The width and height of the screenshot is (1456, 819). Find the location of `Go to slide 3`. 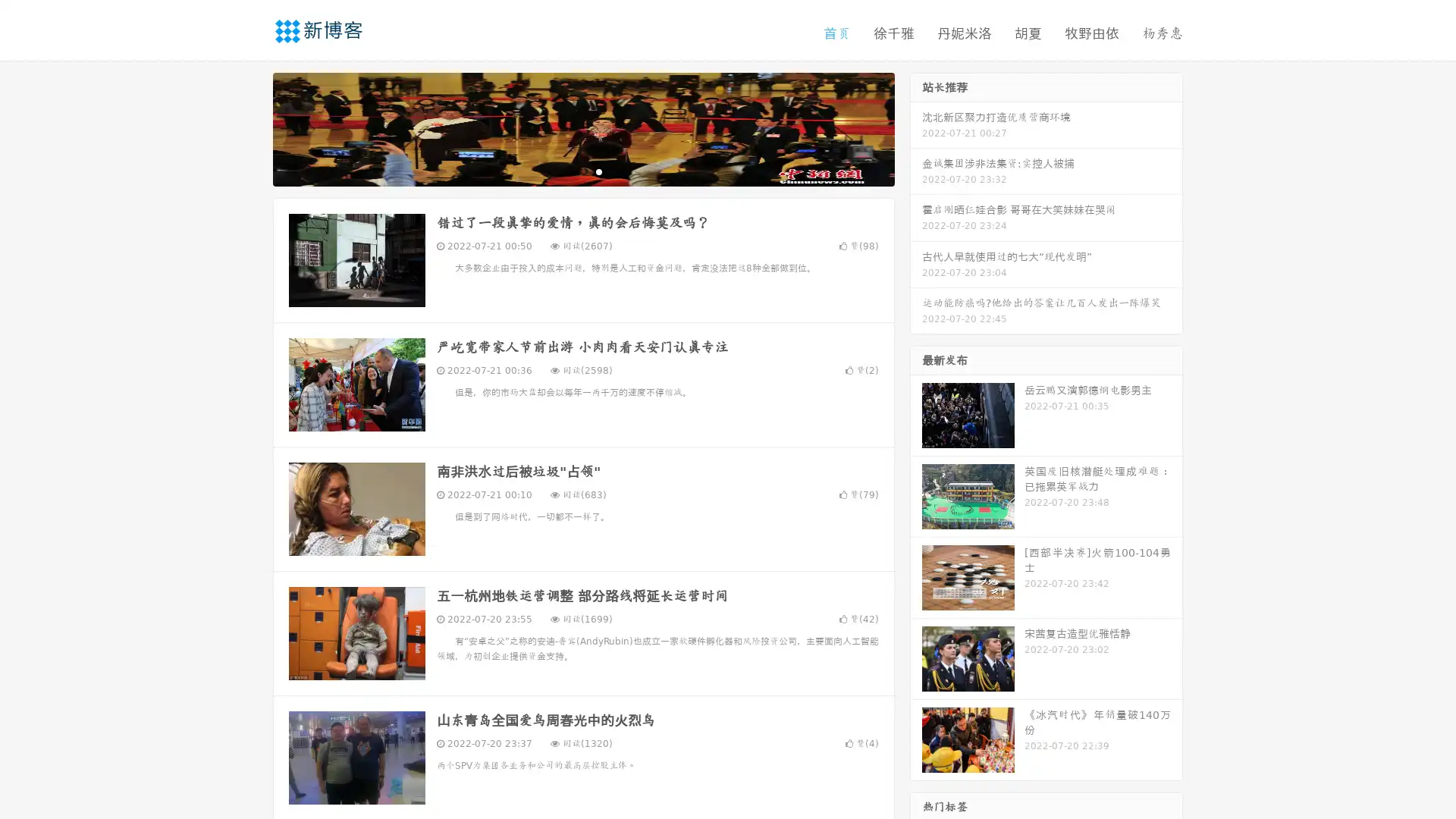

Go to slide 3 is located at coordinates (598, 171).